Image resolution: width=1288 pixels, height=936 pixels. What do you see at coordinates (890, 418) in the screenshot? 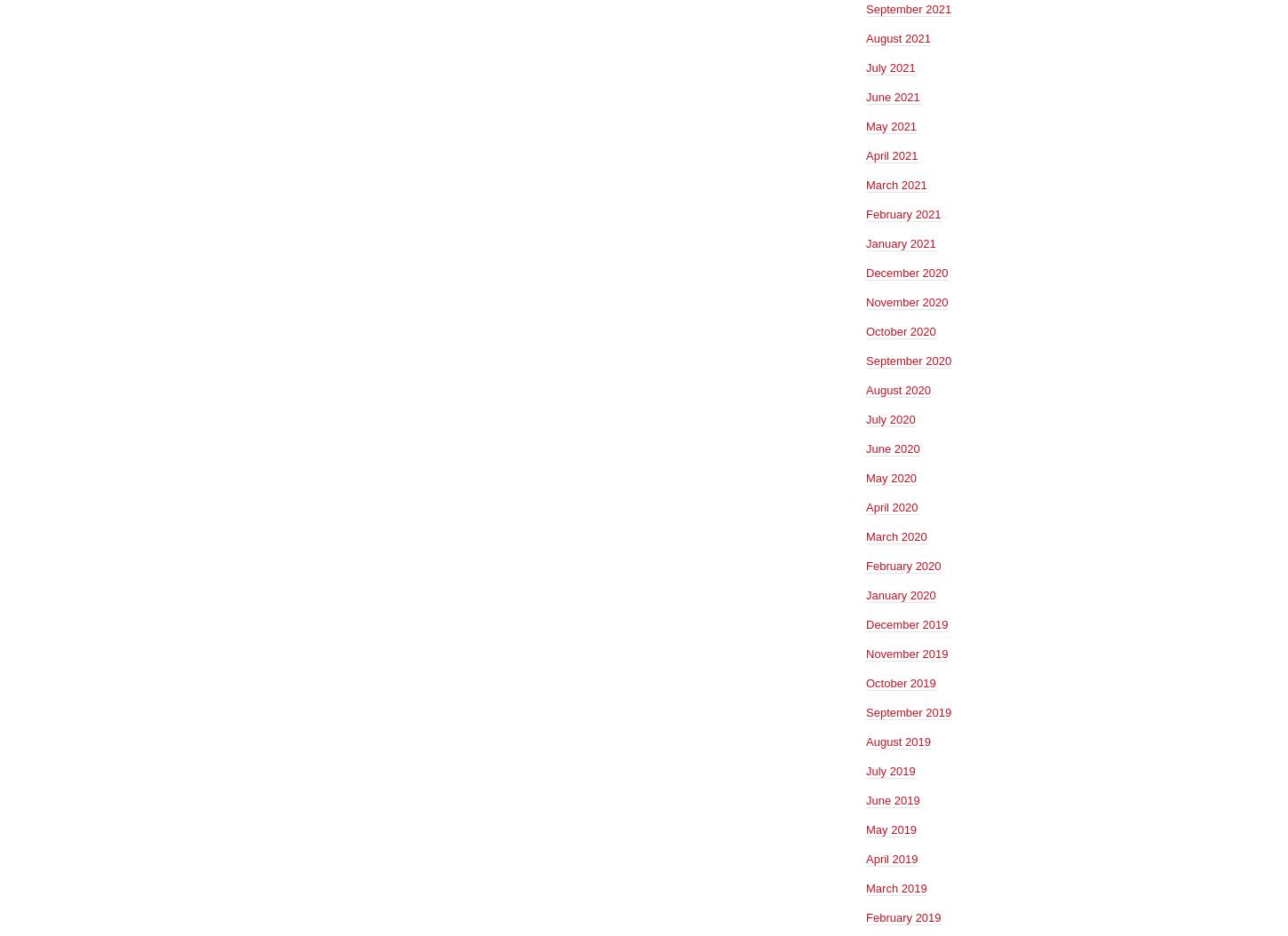
I see `'July 2020'` at bounding box center [890, 418].